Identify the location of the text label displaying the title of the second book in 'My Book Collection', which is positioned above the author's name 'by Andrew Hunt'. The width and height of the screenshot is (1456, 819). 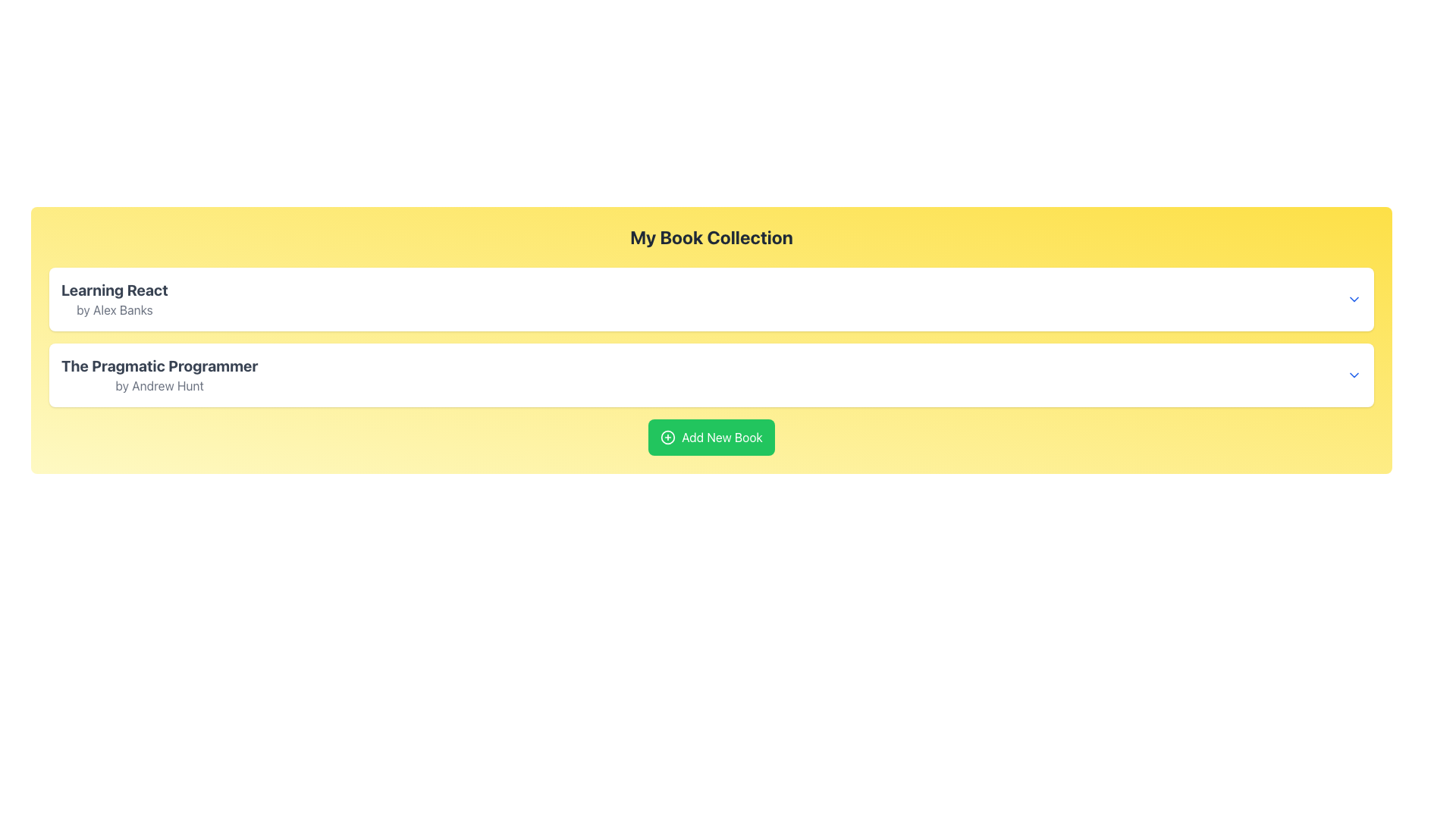
(159, 366).